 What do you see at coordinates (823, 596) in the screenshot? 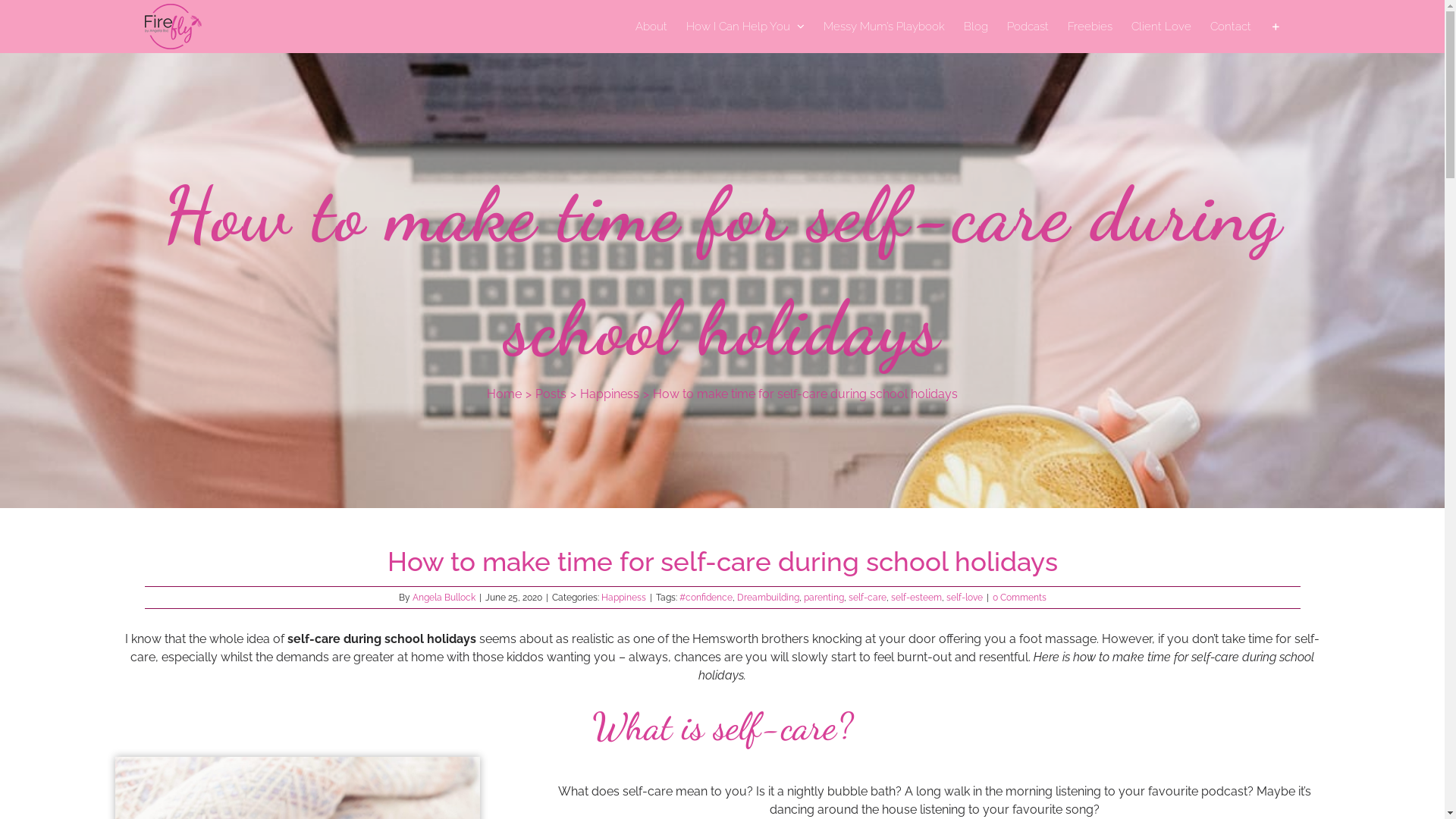
I see `'parenting'` at bounding box center [823, 596].